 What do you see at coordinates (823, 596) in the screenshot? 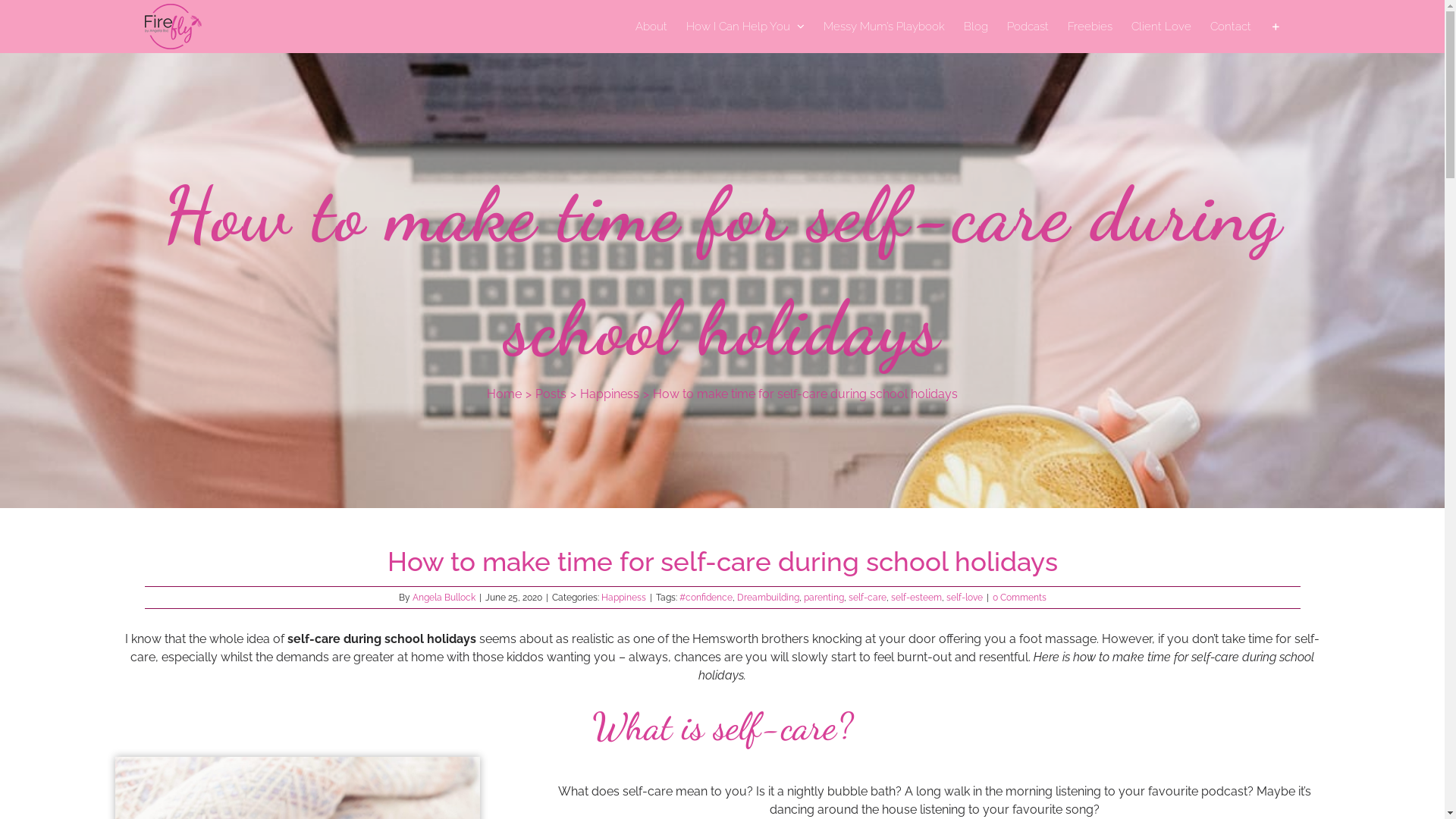
I see `'parenting'` at bounding box center [823, 596].